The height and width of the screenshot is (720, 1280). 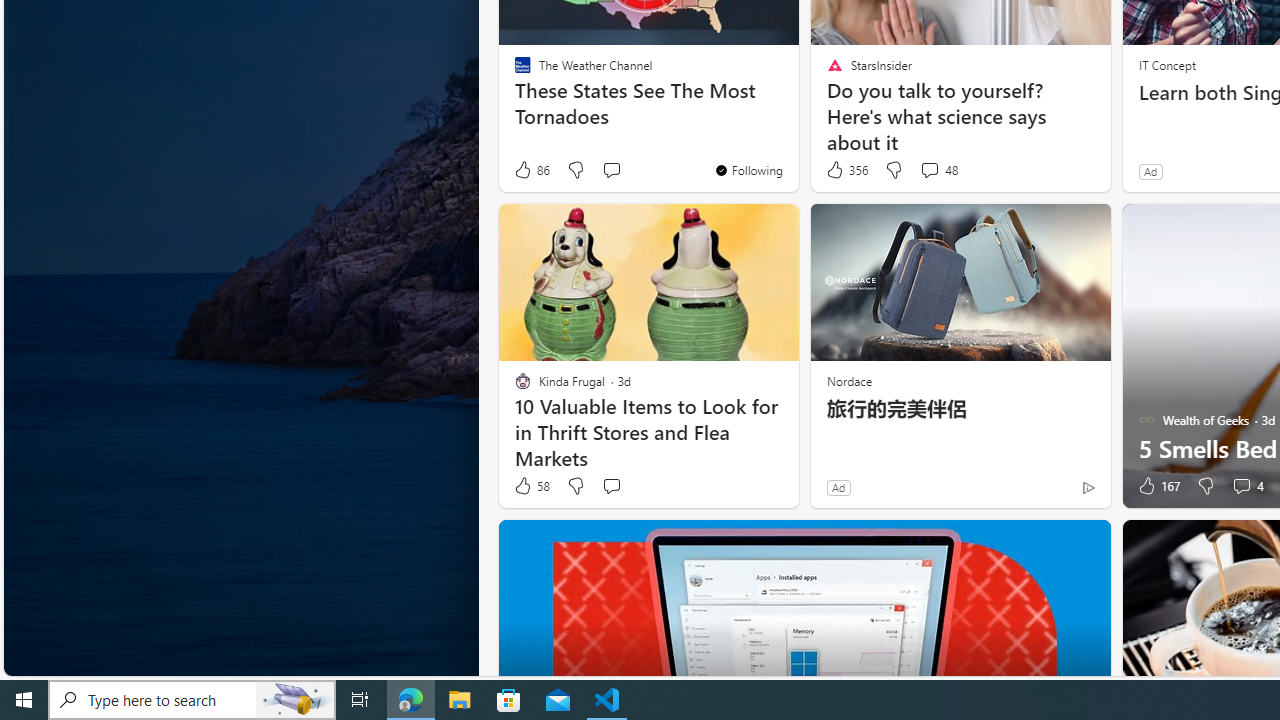 I want to click on 'Ad Choice', so click(x=1087, y=487).